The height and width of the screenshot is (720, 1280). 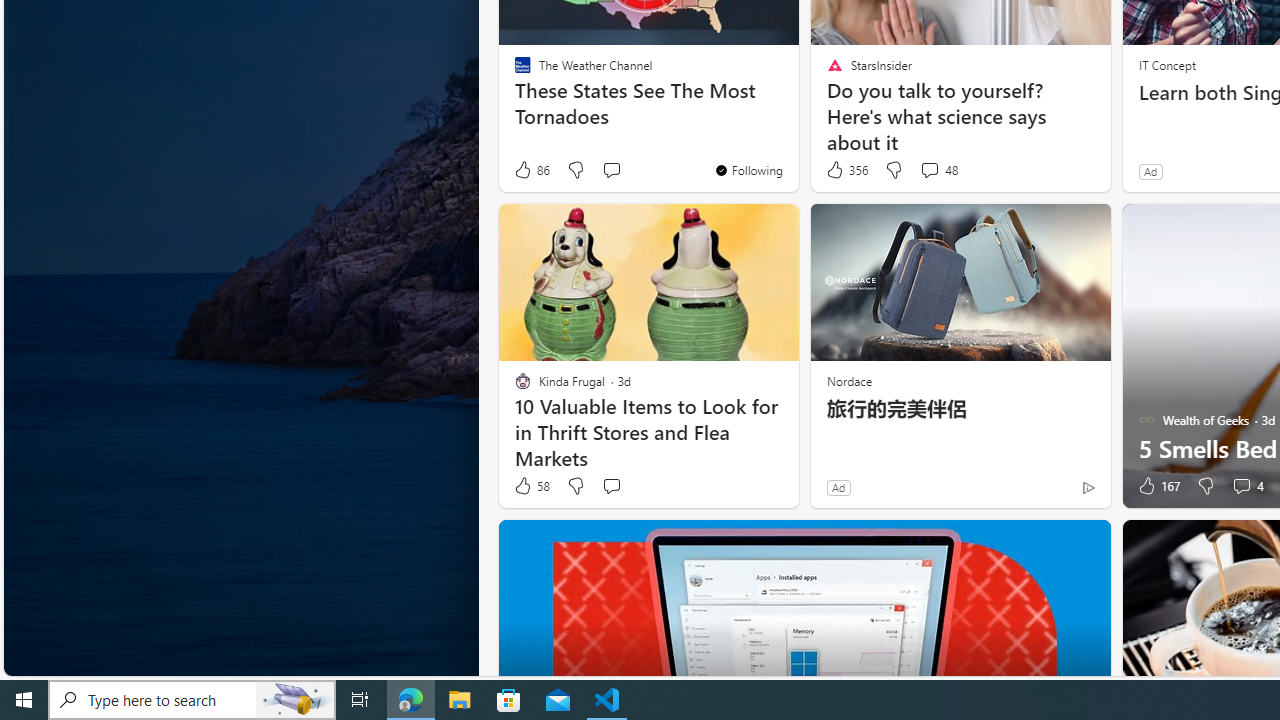 I want to click on 'Ad Choice', so click(x=1087, y=487).